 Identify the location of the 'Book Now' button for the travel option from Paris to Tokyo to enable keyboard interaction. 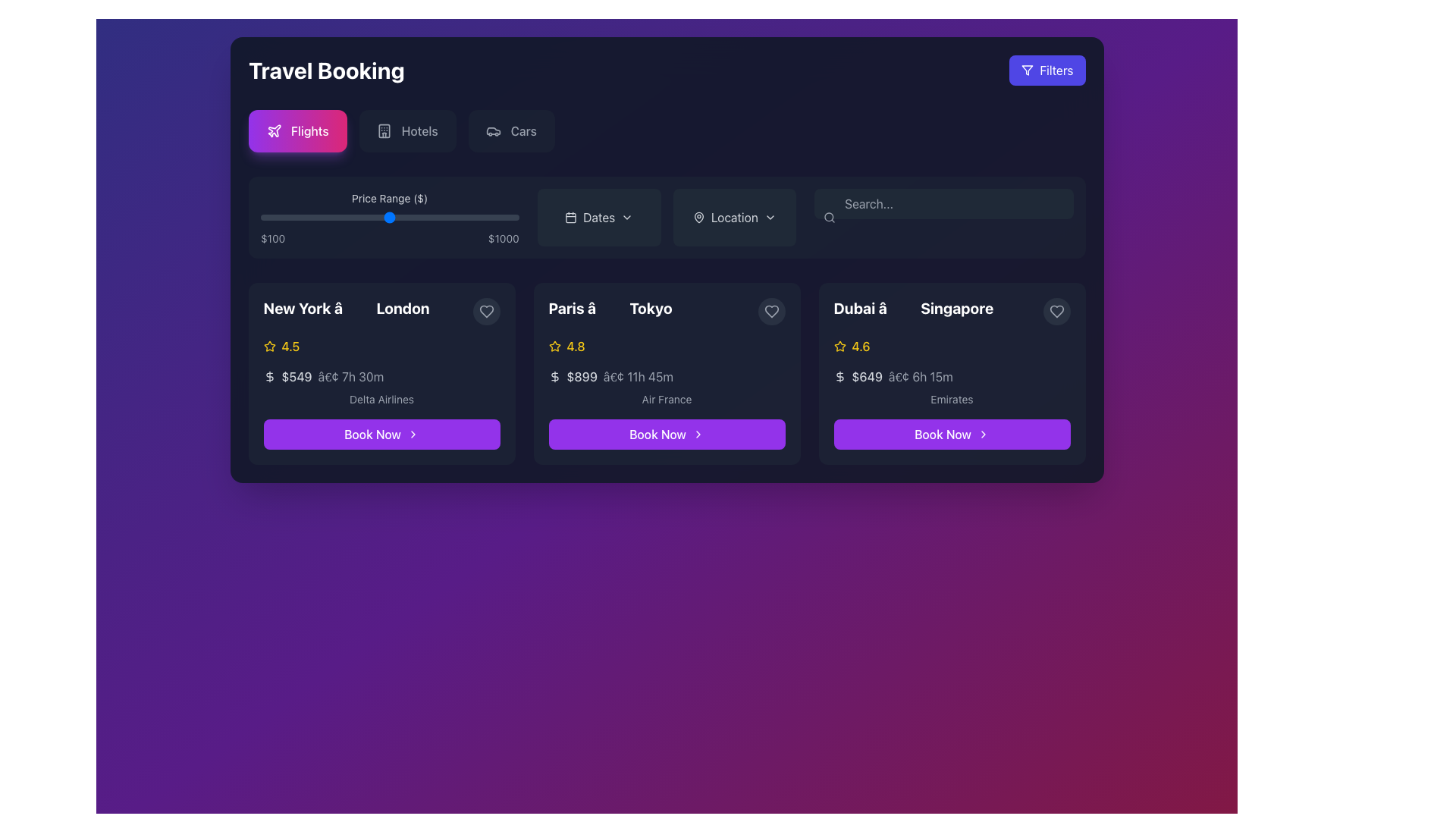
(657, 435).